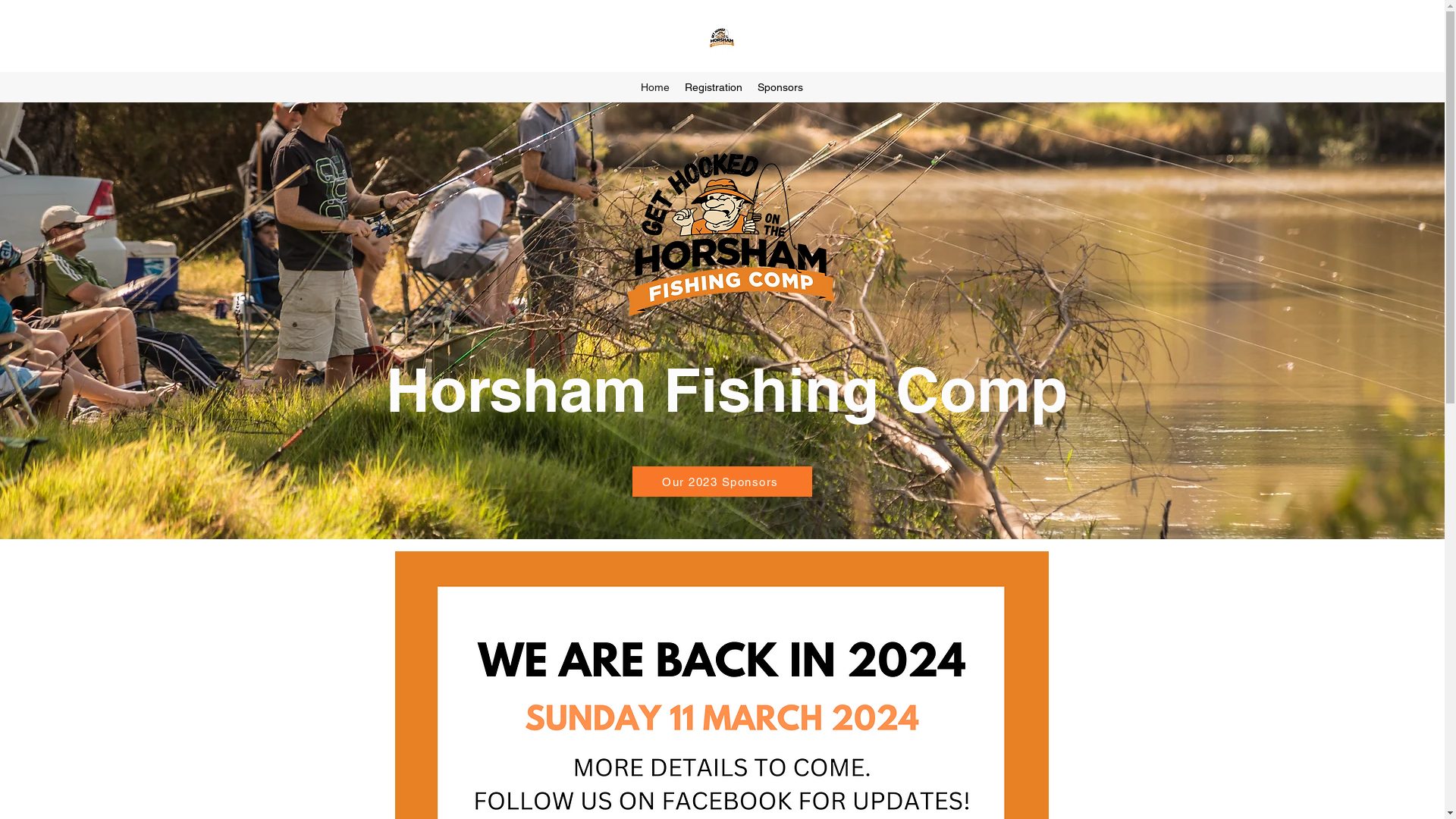 The height and width of the screenshot is (819, 1456). Describe the element at coordinates (721, 482) in the screenshot. I see `'Our 2023 Sponsors'` at that location.